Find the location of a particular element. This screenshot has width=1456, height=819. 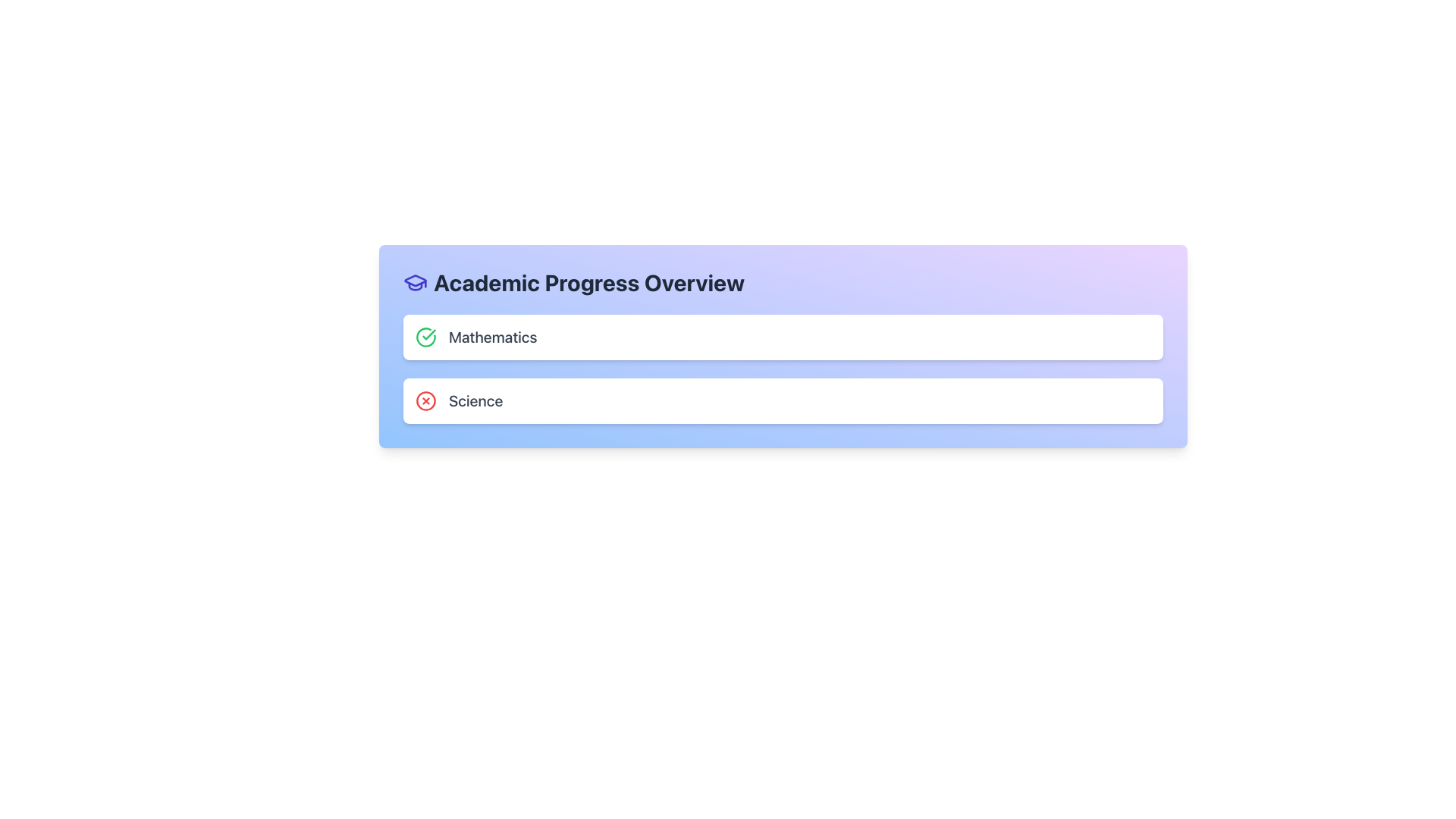

the 'Science' label with a status icon indicating failure, located in the second row under 'Academic Progress Overview' is located at coordinates (458, 400).